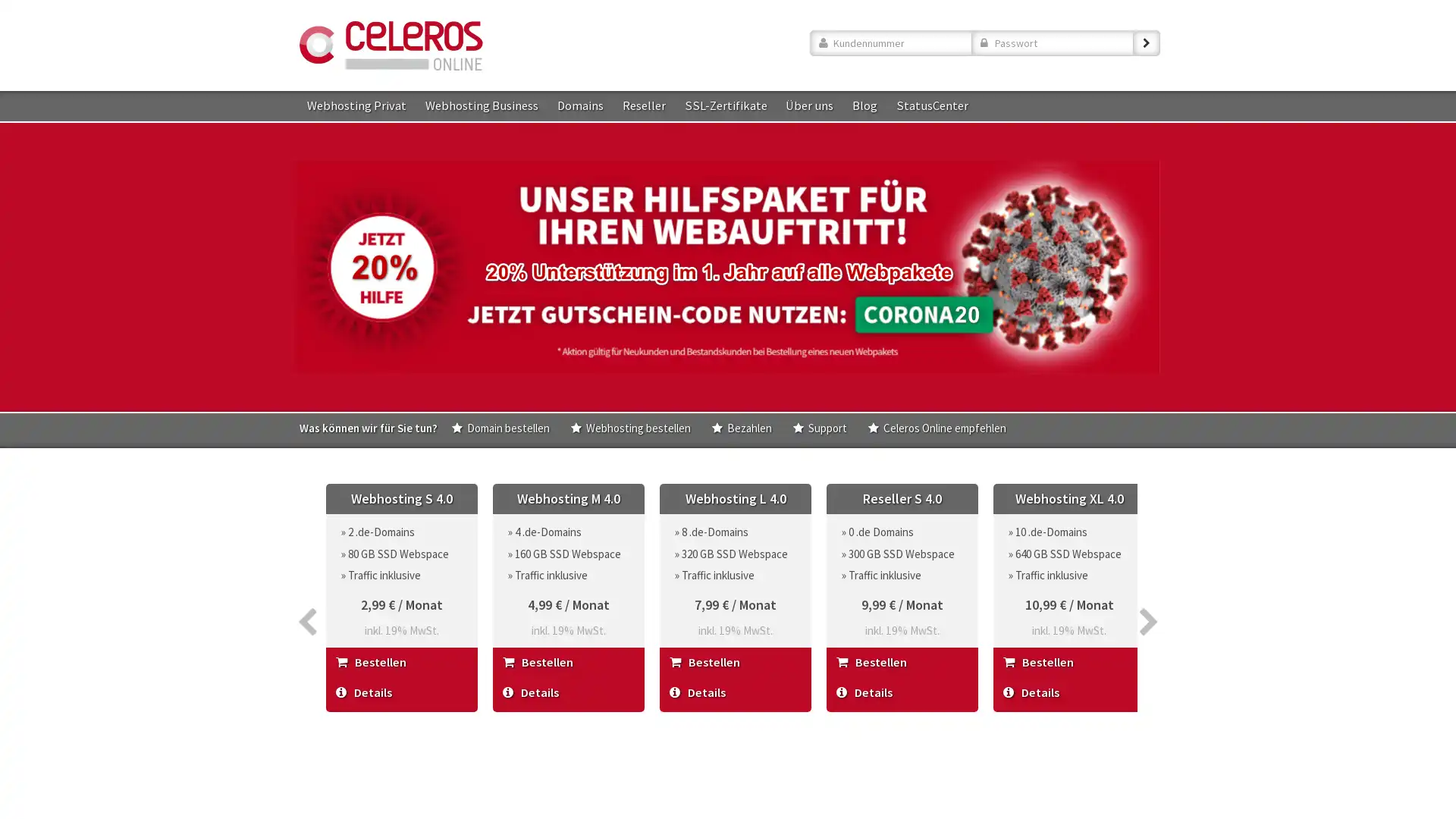 This screenshot has width=1456, height=819. Describe the element at coordinates (1149, 581) in the screenshot. I see `Next` at that location.